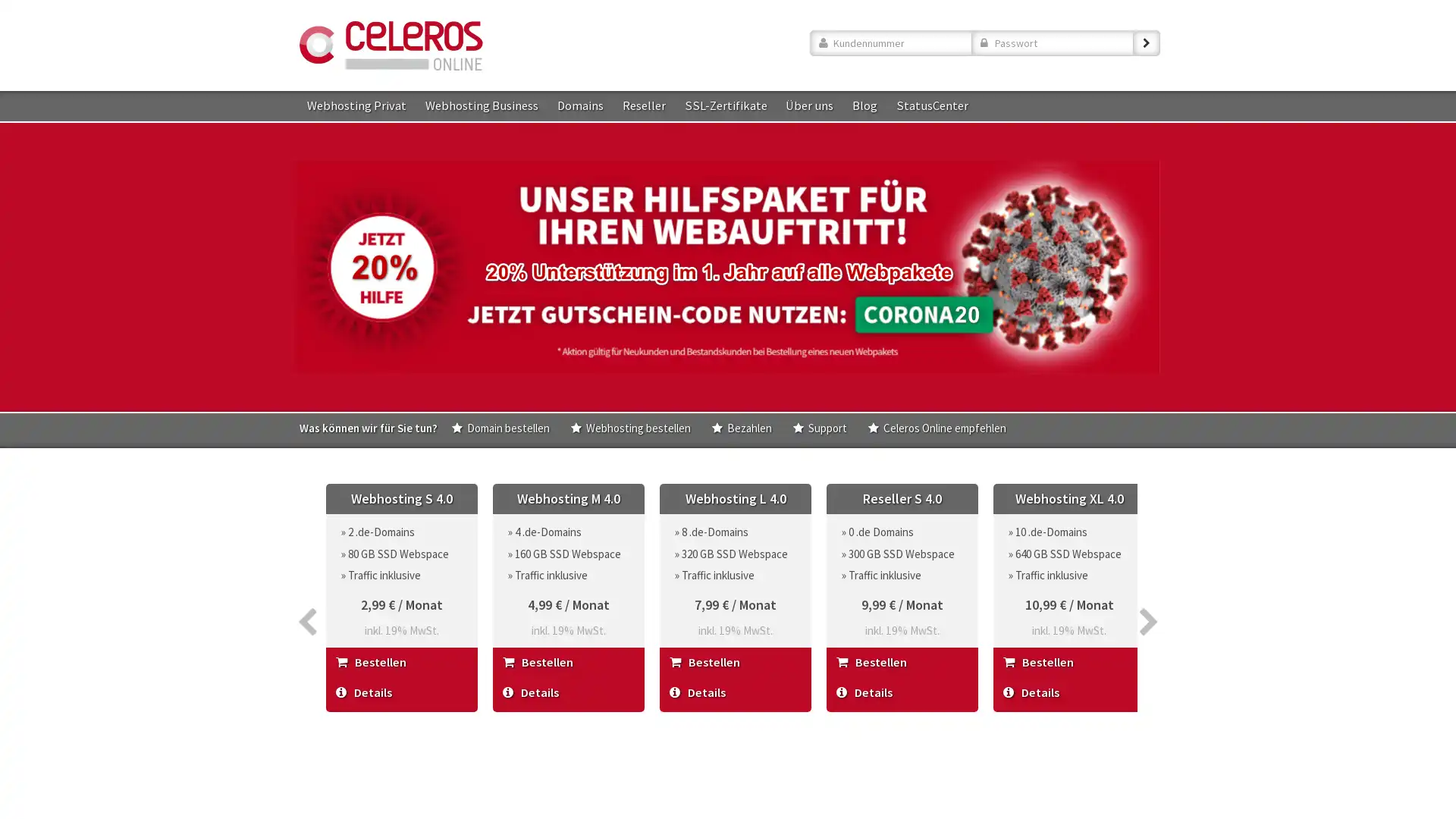 This screenshot has width=1456, height=819. Describe the element at coordinates (1149, 581) in the screenshot. I see `Next` at that location.